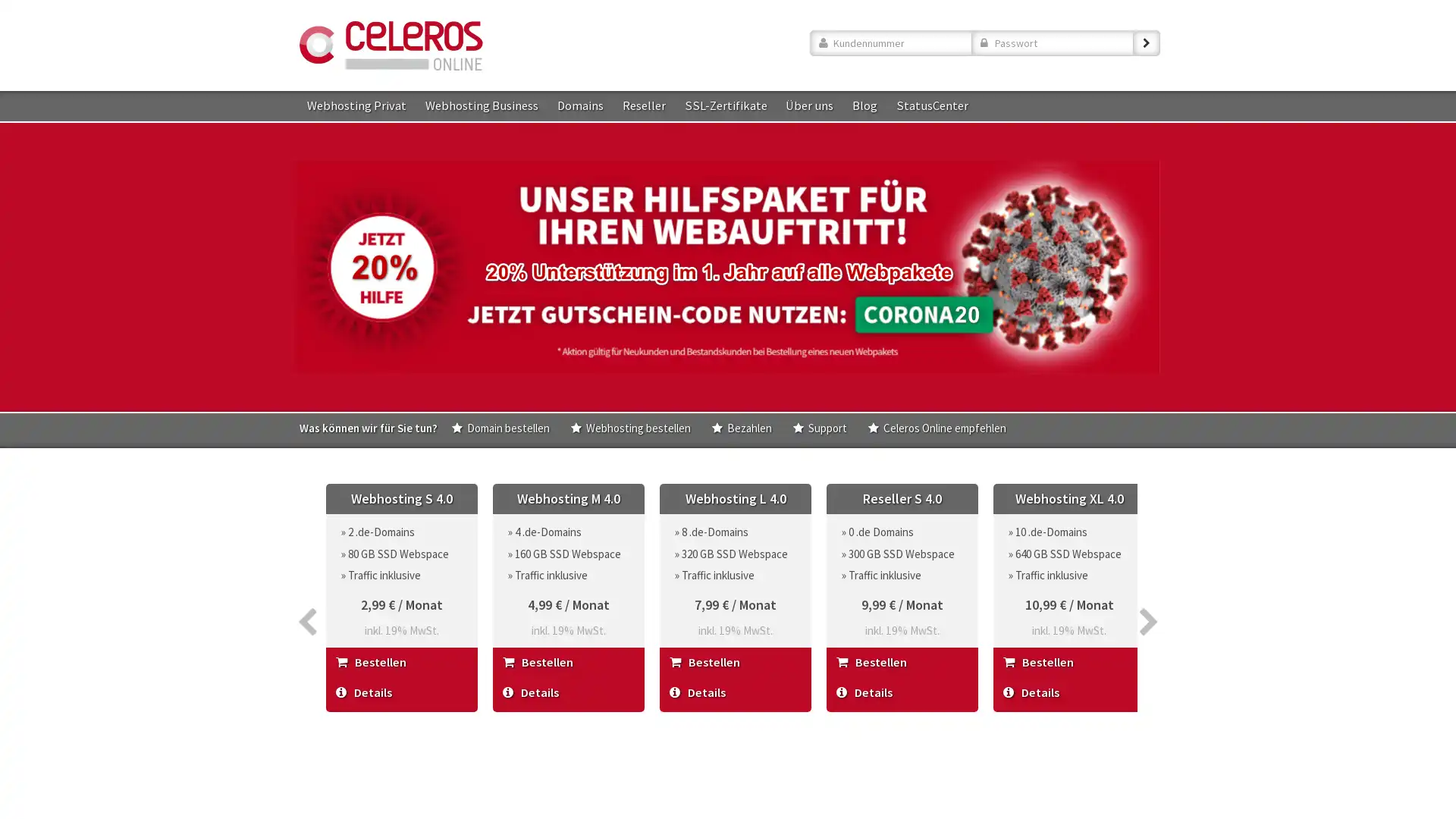 This screenshot has width=1456, height=819. Describe the element at coordinates (1149, 581) in the screenshot. I see `Next` at that location.